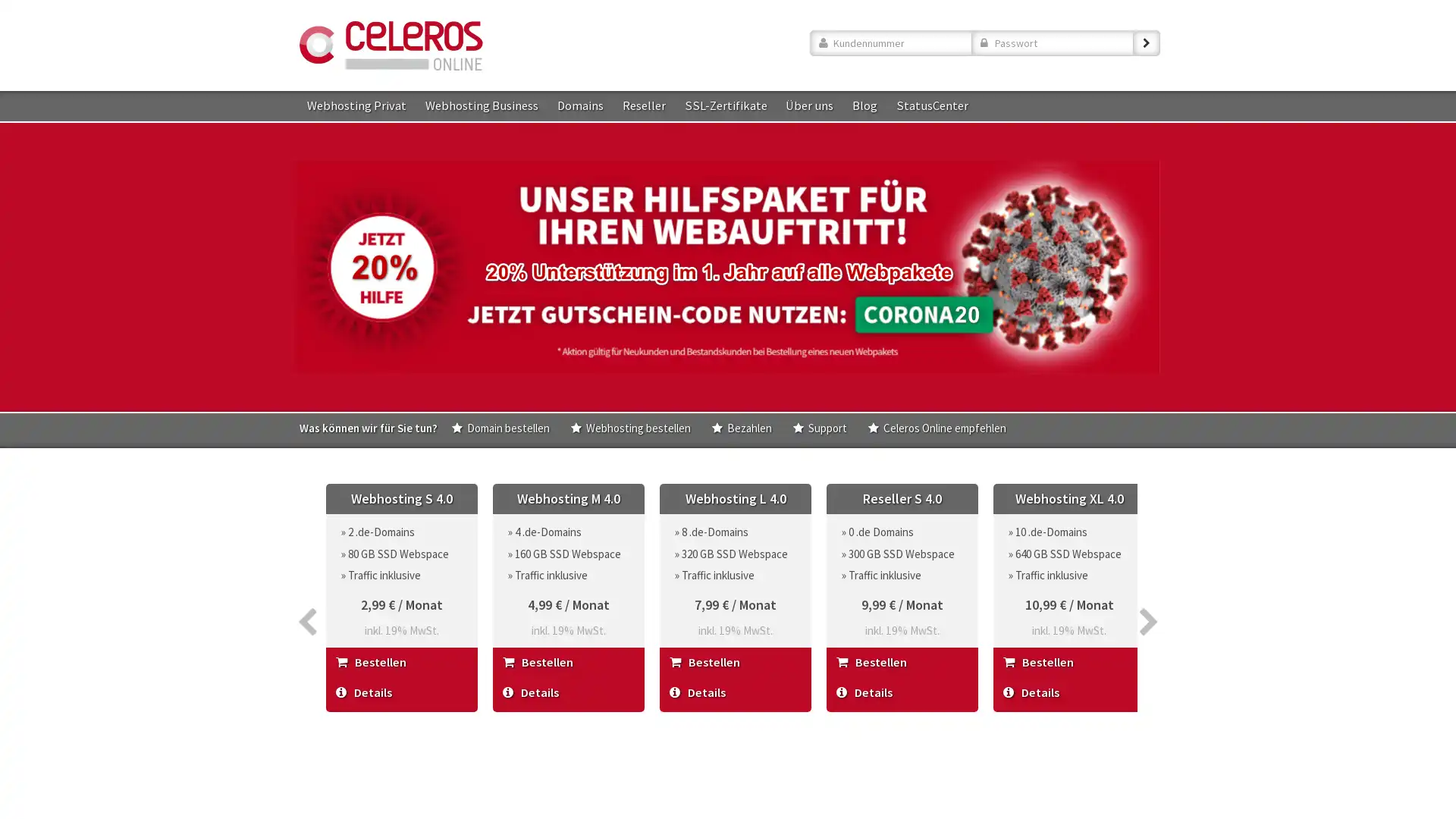 This screenshot has width=1456, height=819. Describe the element at coordinates (1149, 581) in the screenshot. I see `Next` at that location.